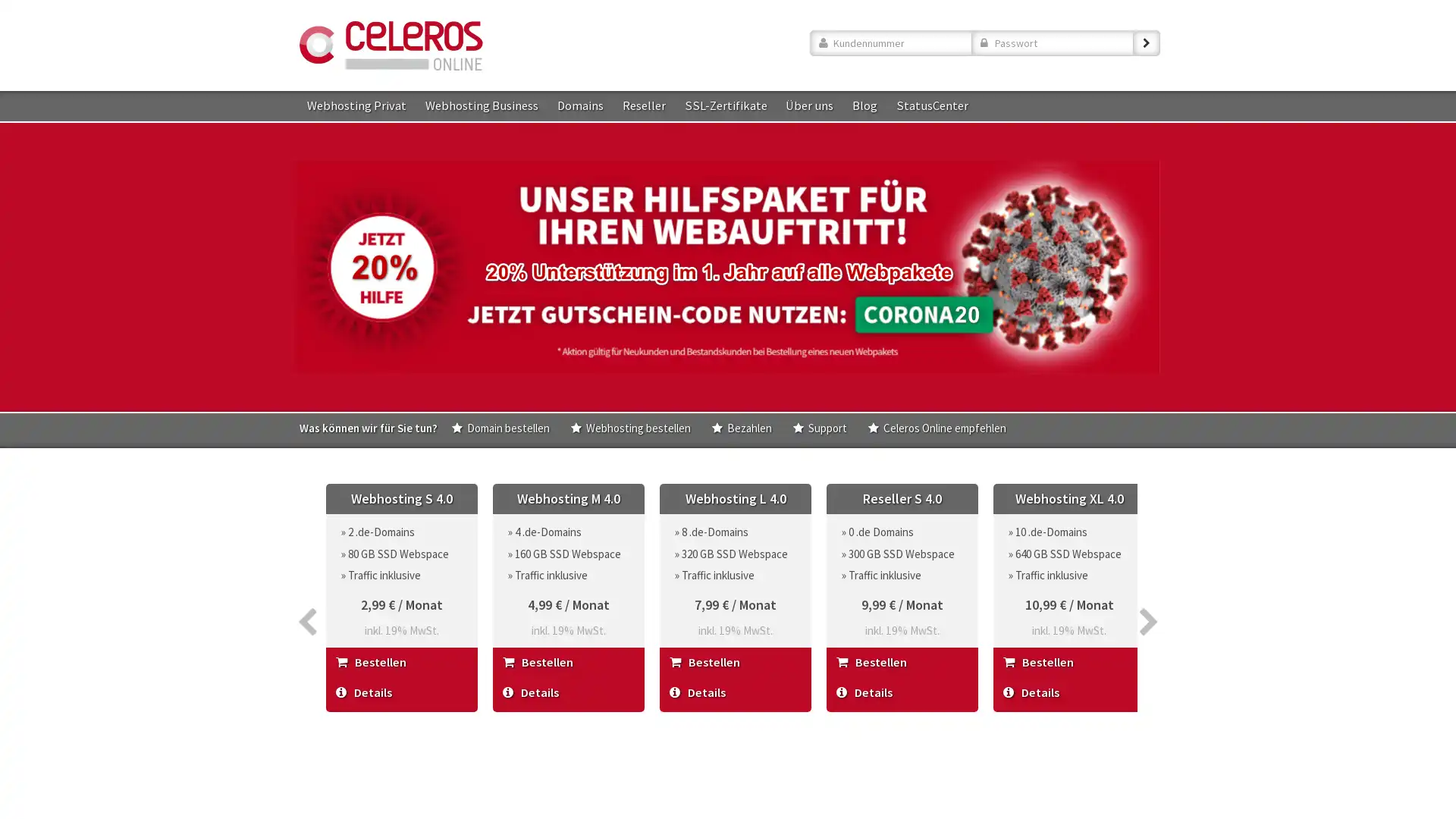 This screenshot has width=1456, height=819. Describe the element at coordinates (1149, 581) in the screenshot. I see `Next` at that location.